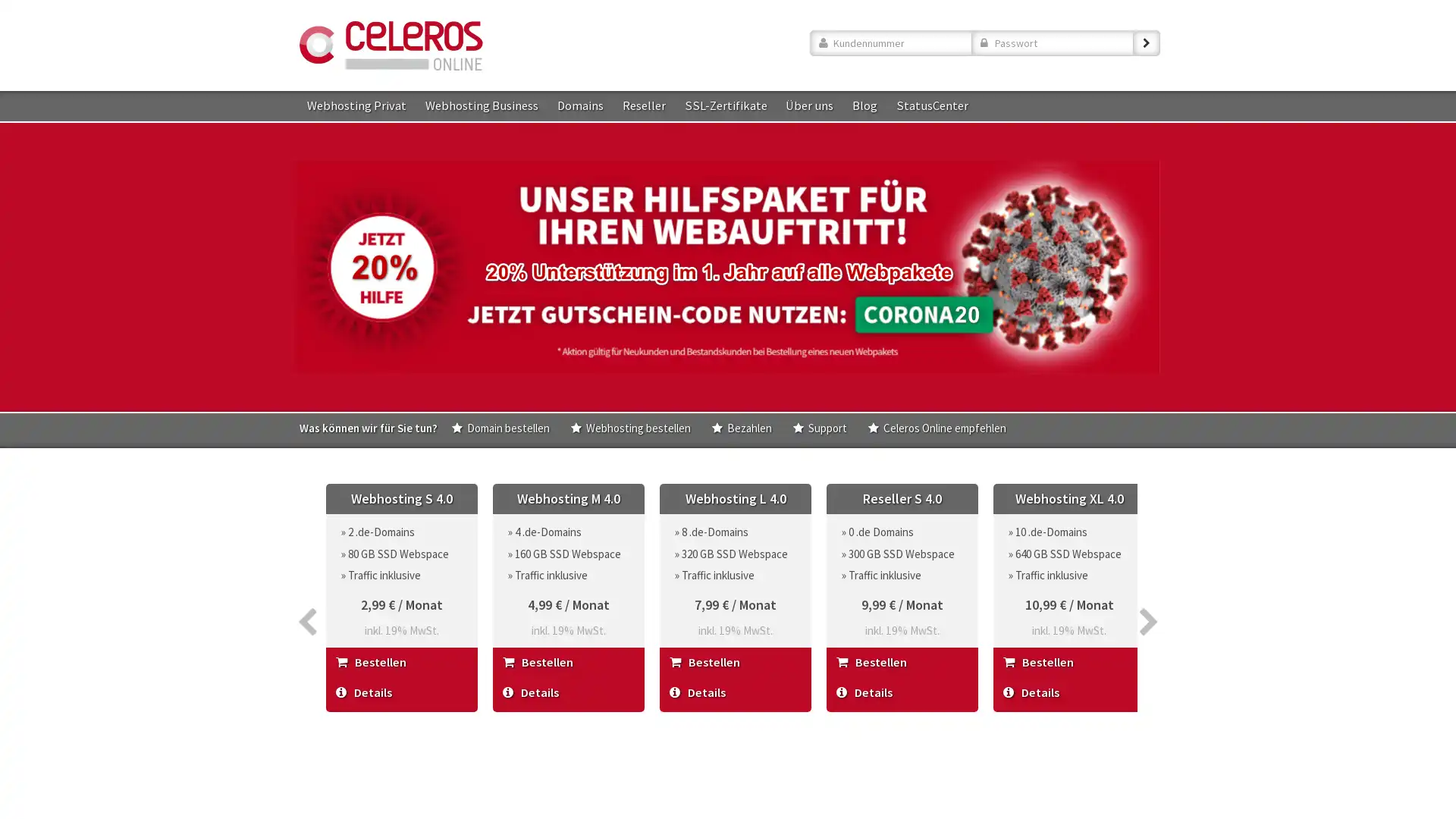 This screenshot has width=1456, height=819. Describe the element at coordinates (1149, 581) in the screenshot. I see `Next` at that location.